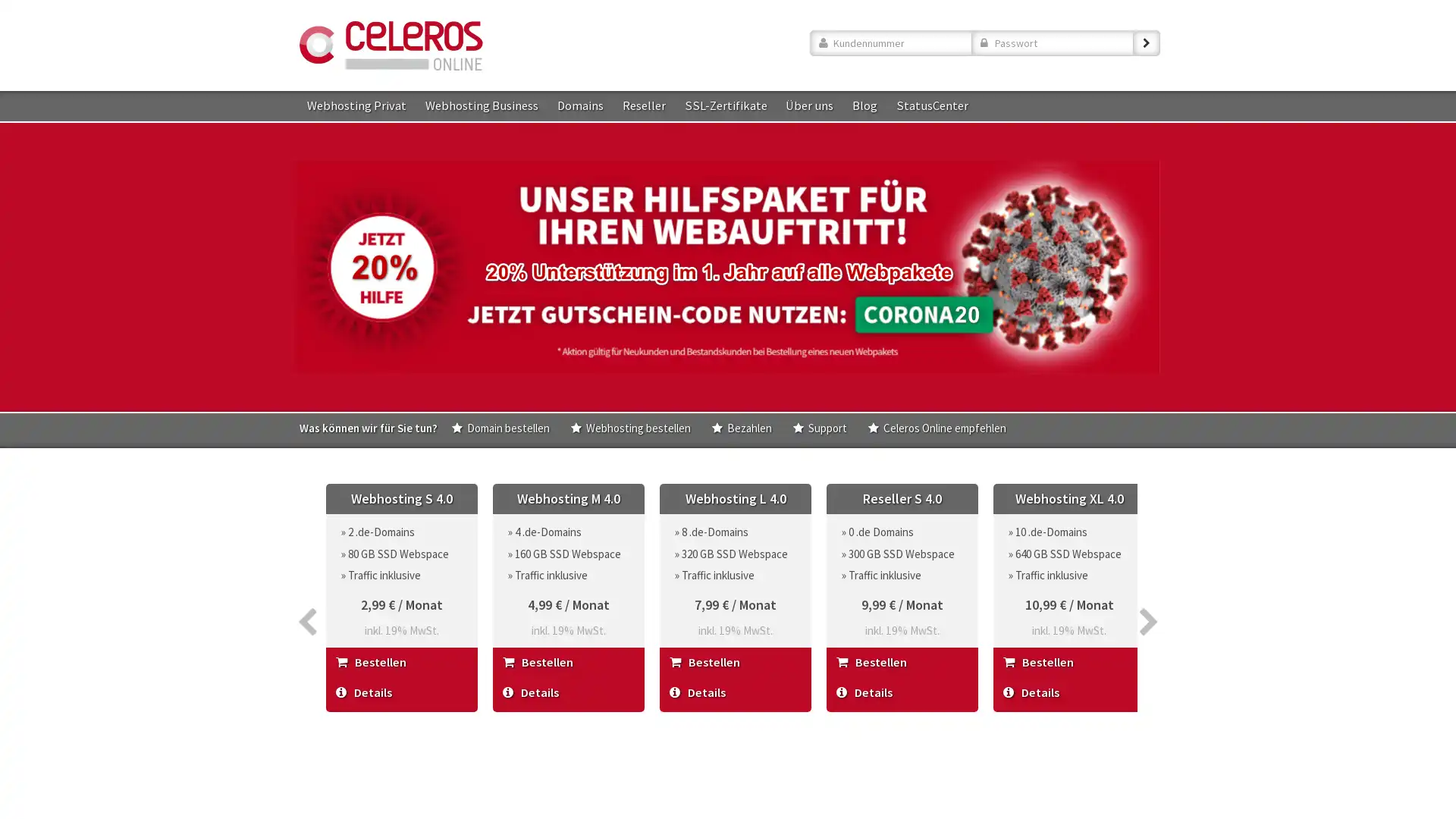 This screenshot has width=1456, height=819. Describe the element at coordinates (1149, 581) in the screenshot. I see `Next` at that location.